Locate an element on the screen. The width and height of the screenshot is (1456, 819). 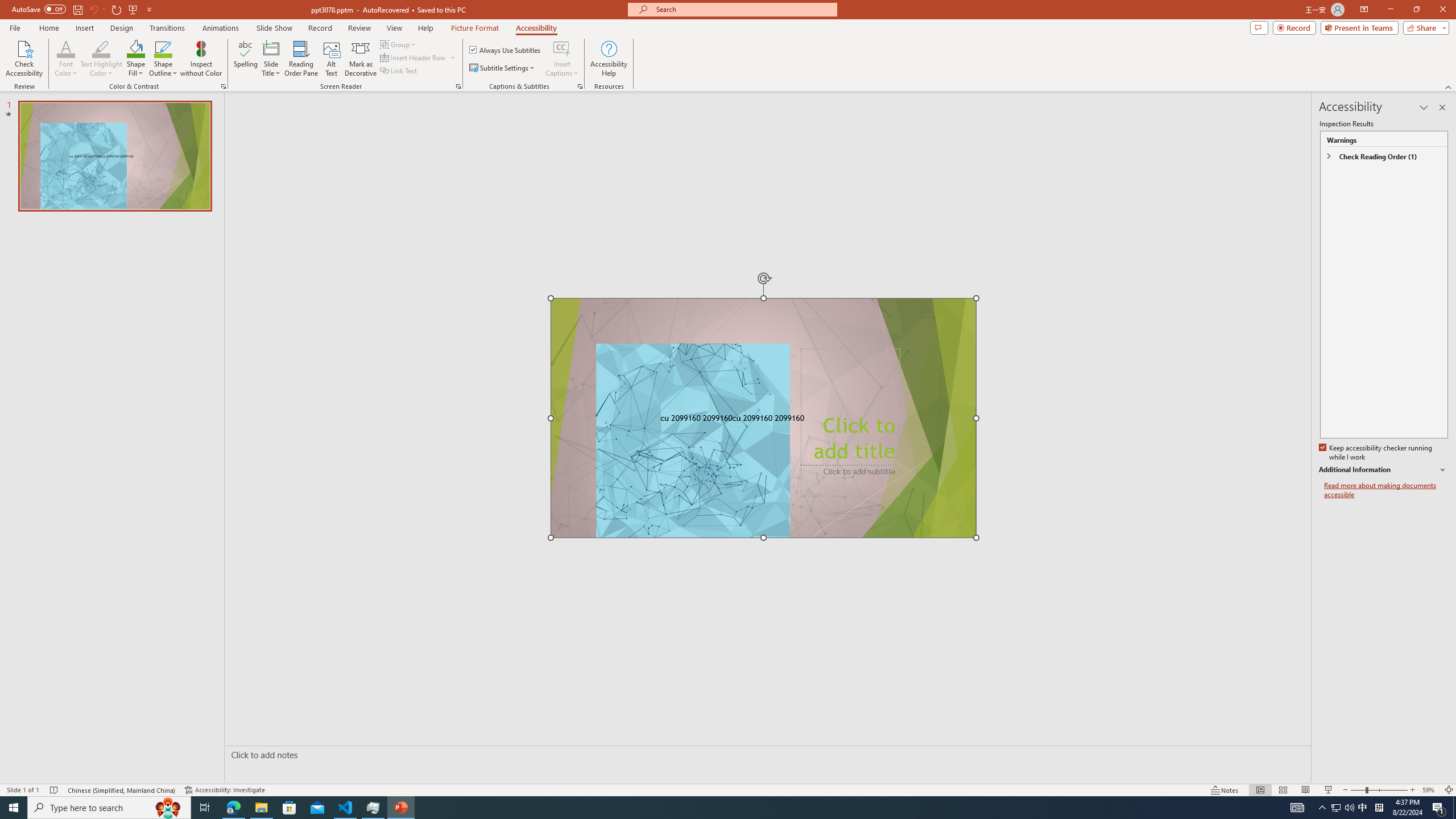
'Keep accessibility checker running while I work' is located at coordinates (1376, 453).